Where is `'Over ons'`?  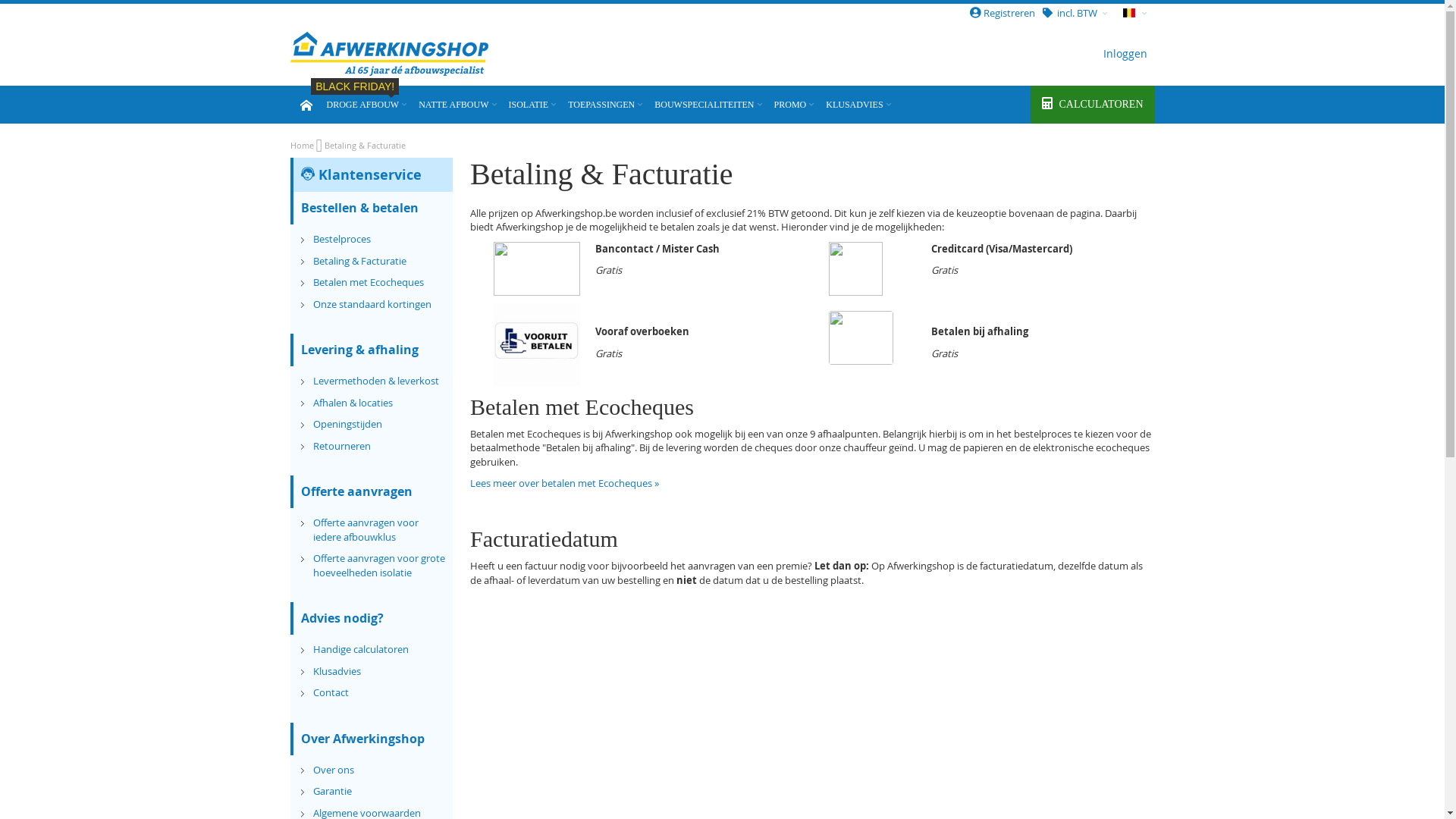
'Over ons' is located at coordinates (331, 769).